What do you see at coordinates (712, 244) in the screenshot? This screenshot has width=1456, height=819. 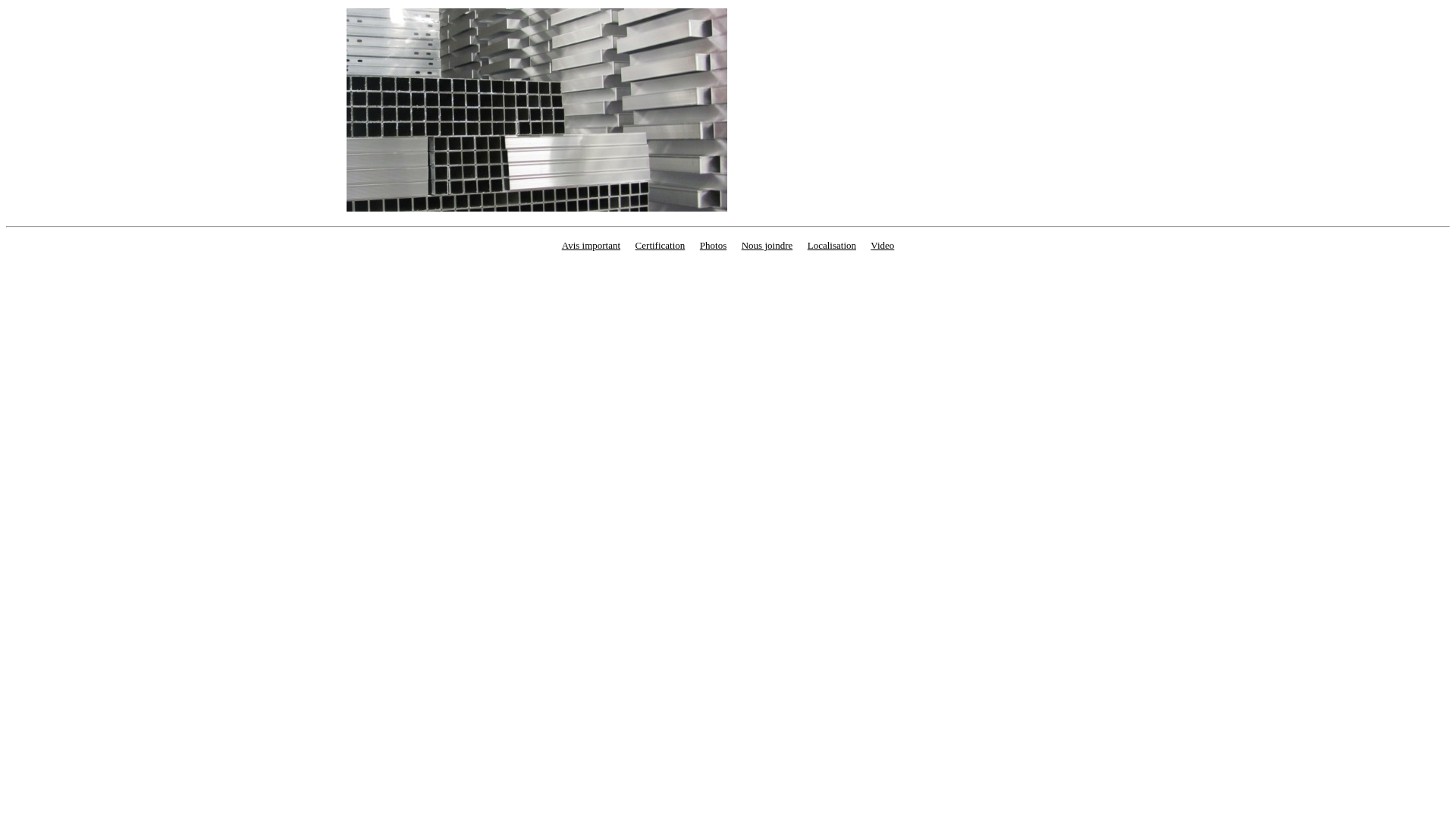 I see `'Photos'` at bounding box center [712, 244].